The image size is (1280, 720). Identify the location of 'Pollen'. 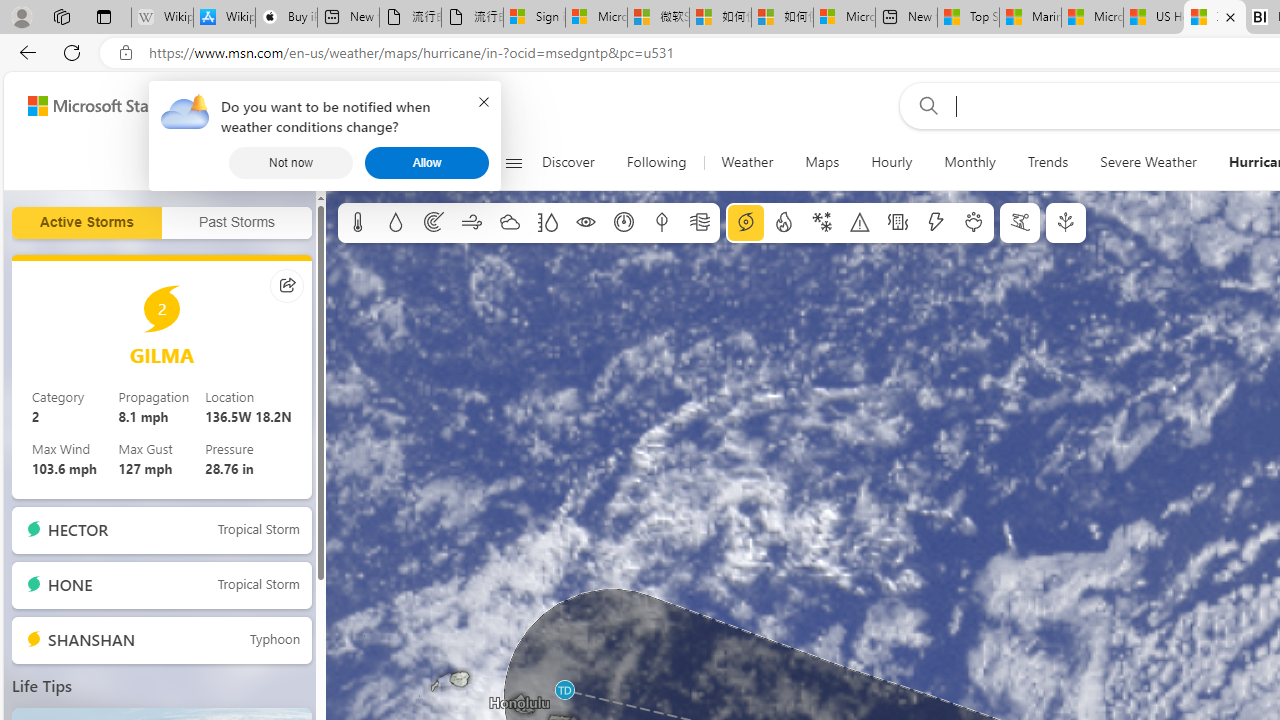
(974, 223).